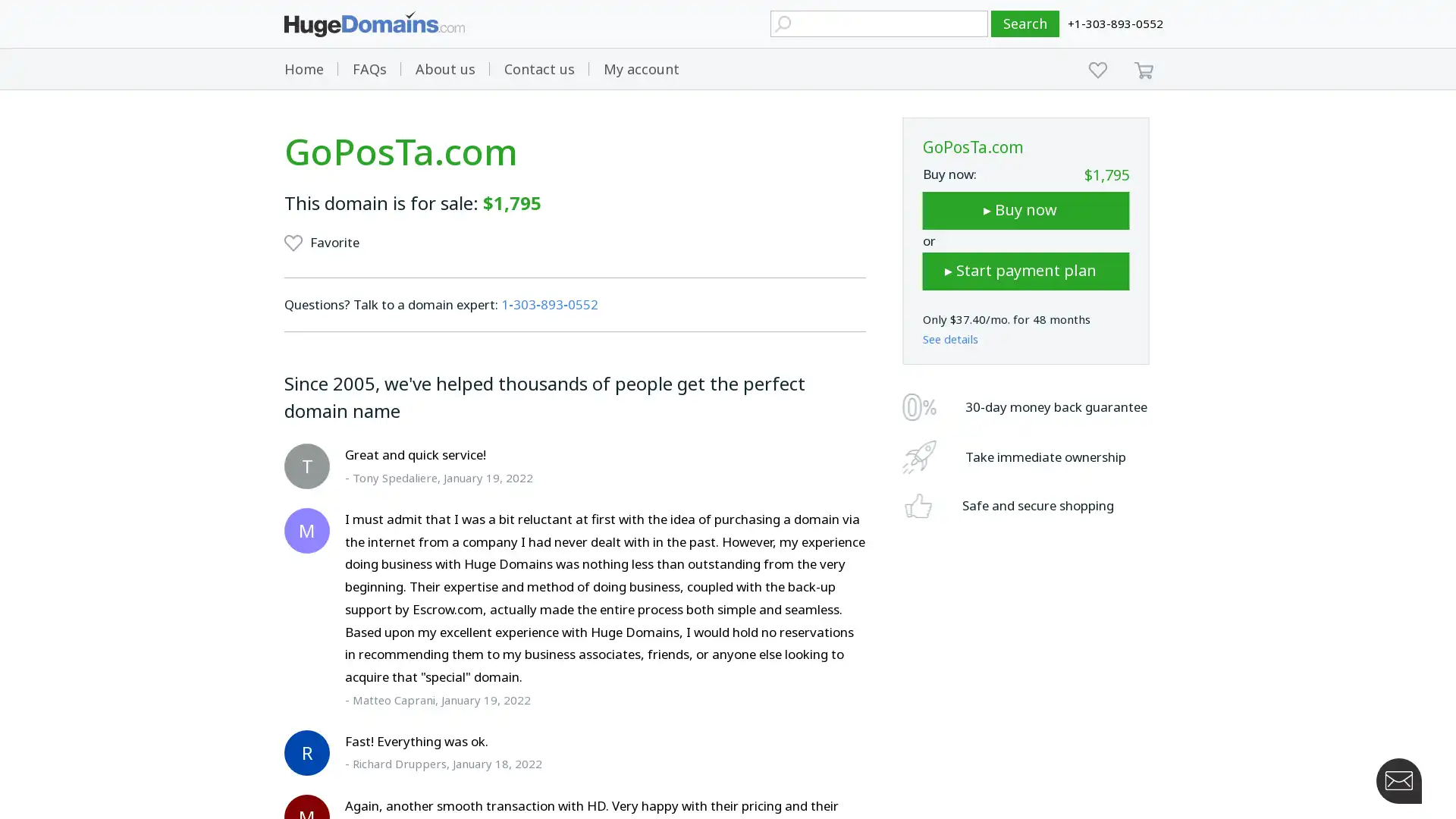 The width and height of the screenshot is (1456, 819). What do you see at coordinates (1025, 24) in the screenshot?
I see `Search` at bounding box center [1025, 24].